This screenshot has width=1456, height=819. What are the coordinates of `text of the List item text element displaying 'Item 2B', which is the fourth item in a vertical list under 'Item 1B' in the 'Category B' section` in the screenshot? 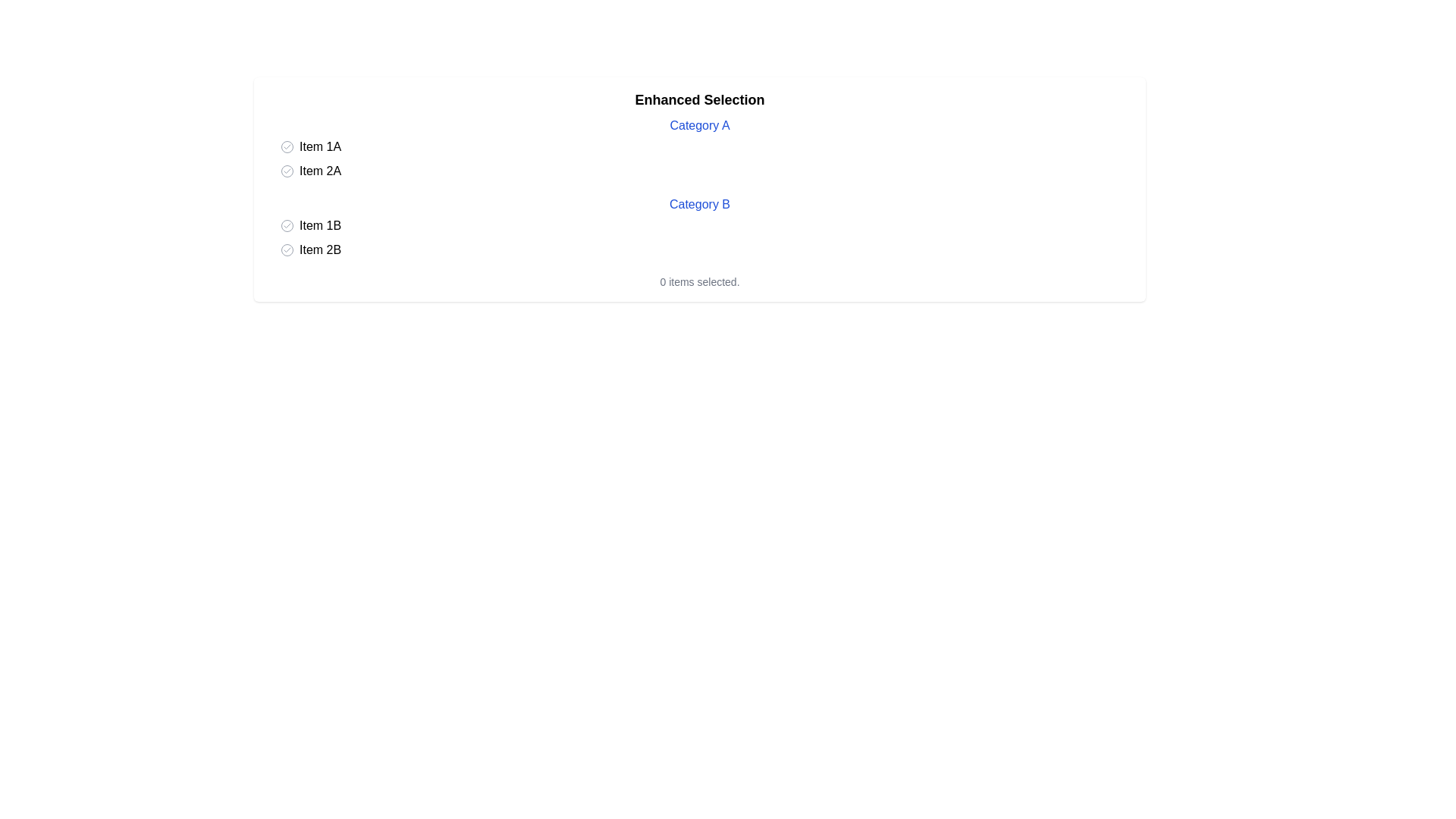 It's located at (319, 249).